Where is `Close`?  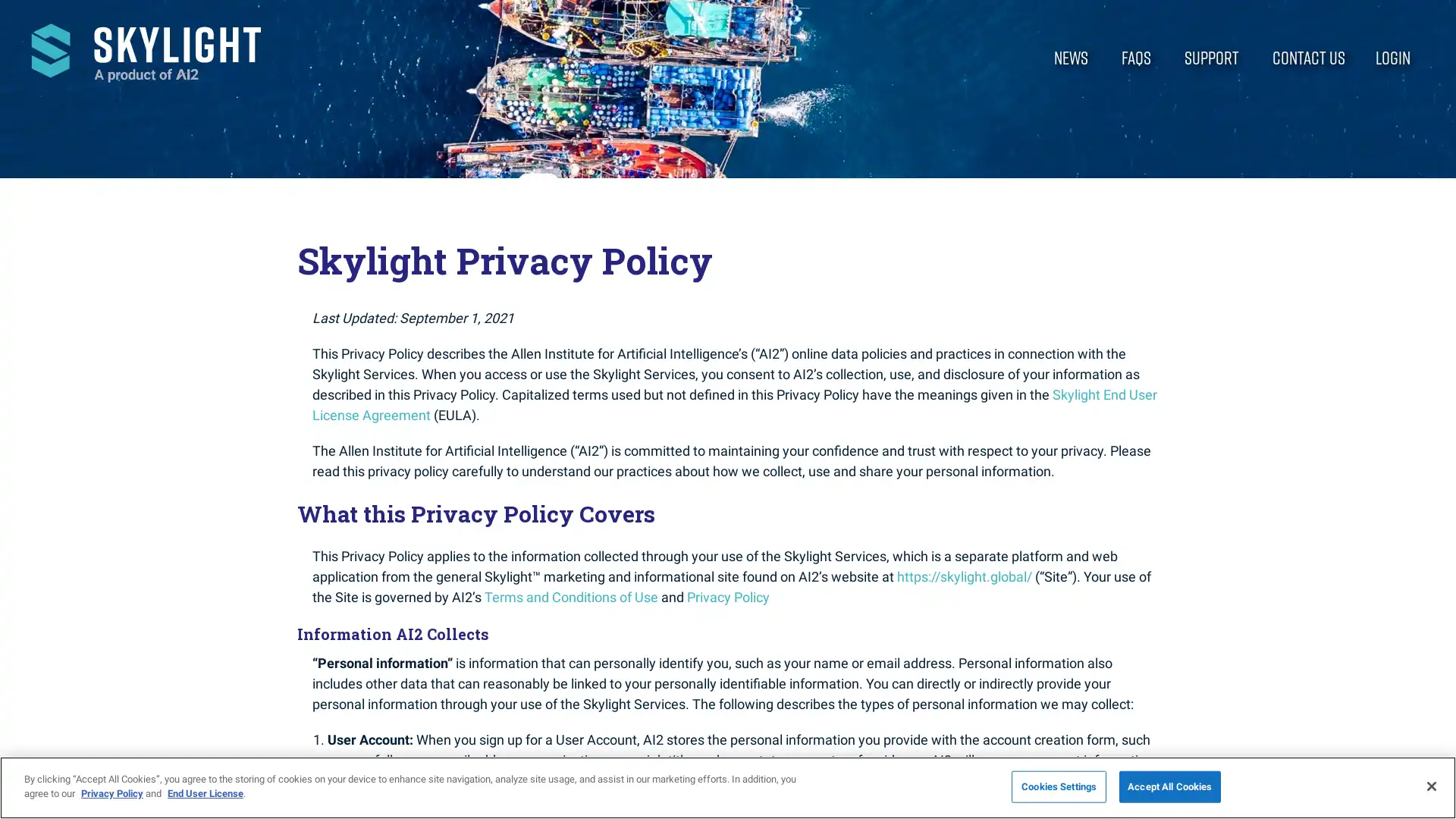 Close is located at coordinates (1430, 785).